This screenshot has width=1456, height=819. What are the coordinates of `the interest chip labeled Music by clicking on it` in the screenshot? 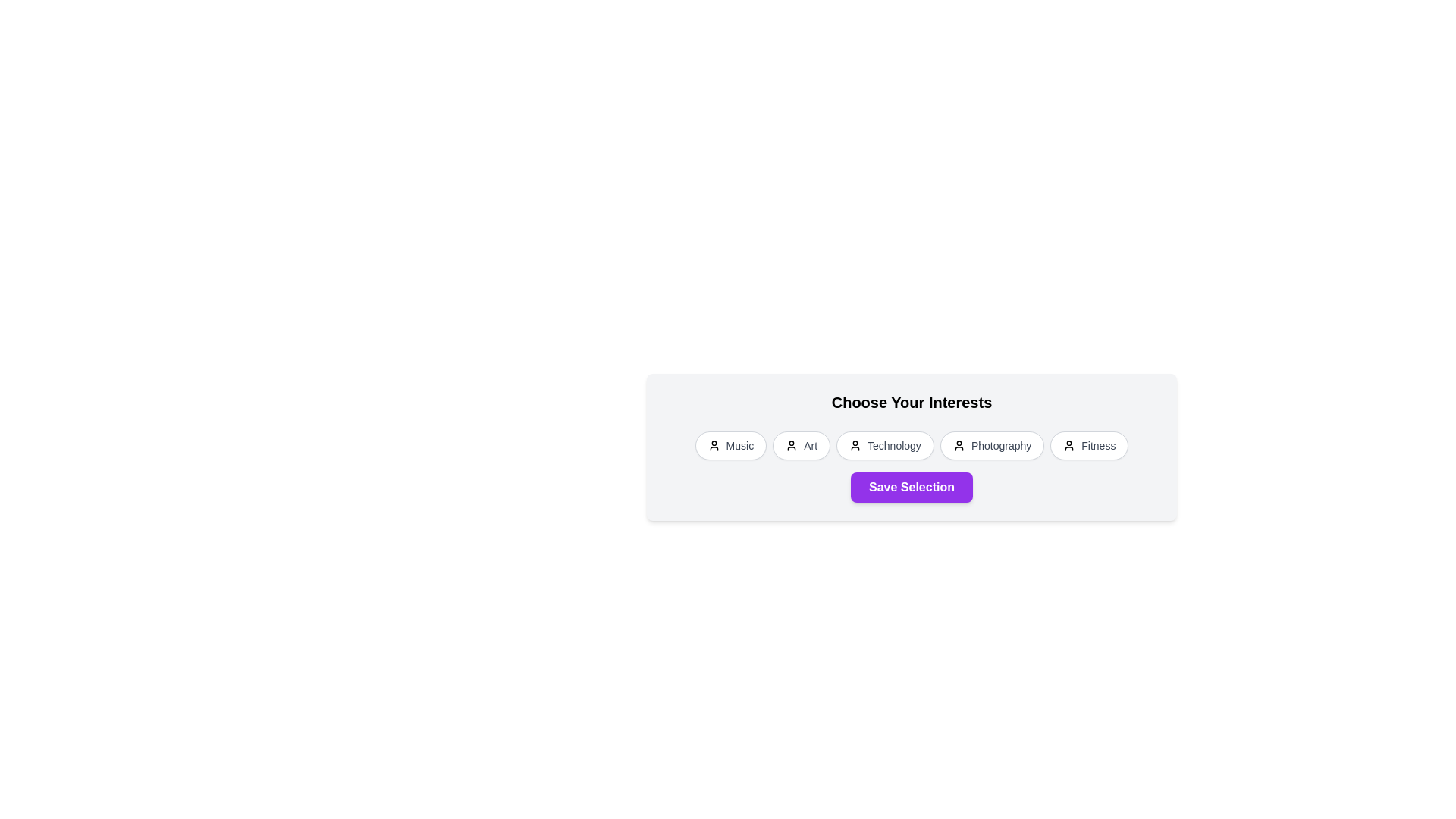 It's located at (730, 444).